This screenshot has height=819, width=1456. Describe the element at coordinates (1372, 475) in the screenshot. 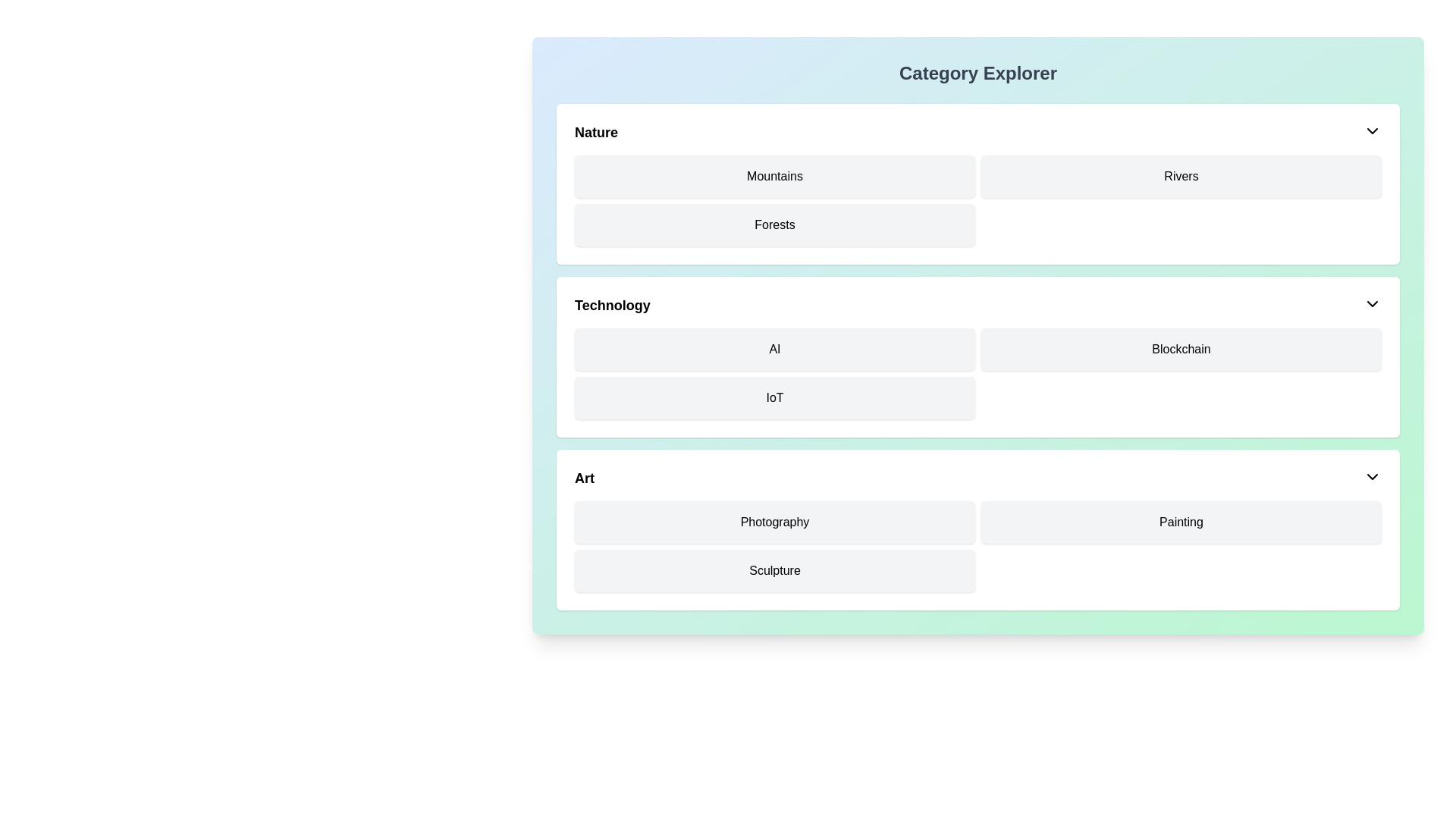

I see `the dropdown toggle icon in the top-right corner of the 'Art' section header` at that location.